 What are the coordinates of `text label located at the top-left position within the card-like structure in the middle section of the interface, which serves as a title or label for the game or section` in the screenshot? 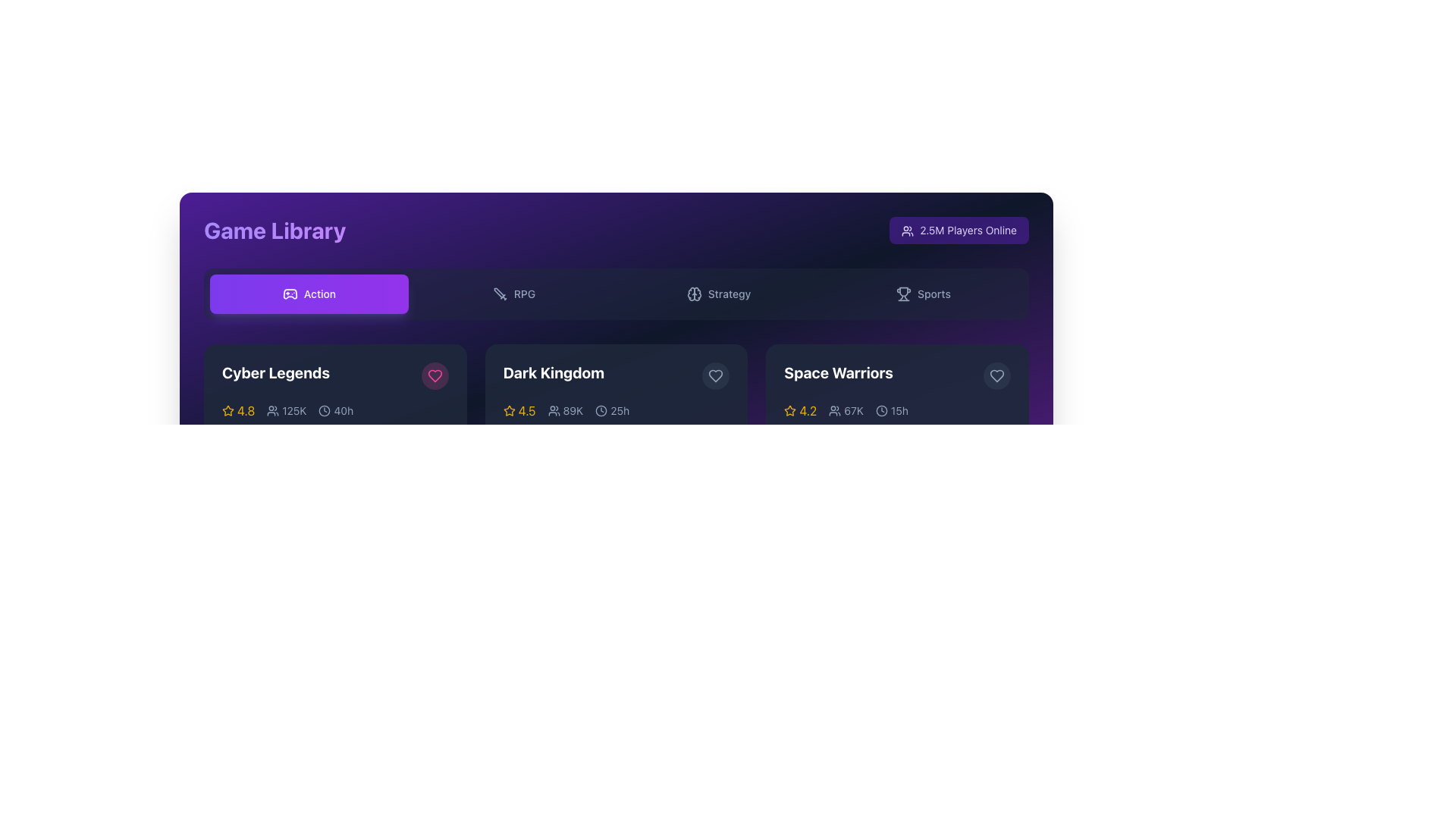 It's located at (838, 373).